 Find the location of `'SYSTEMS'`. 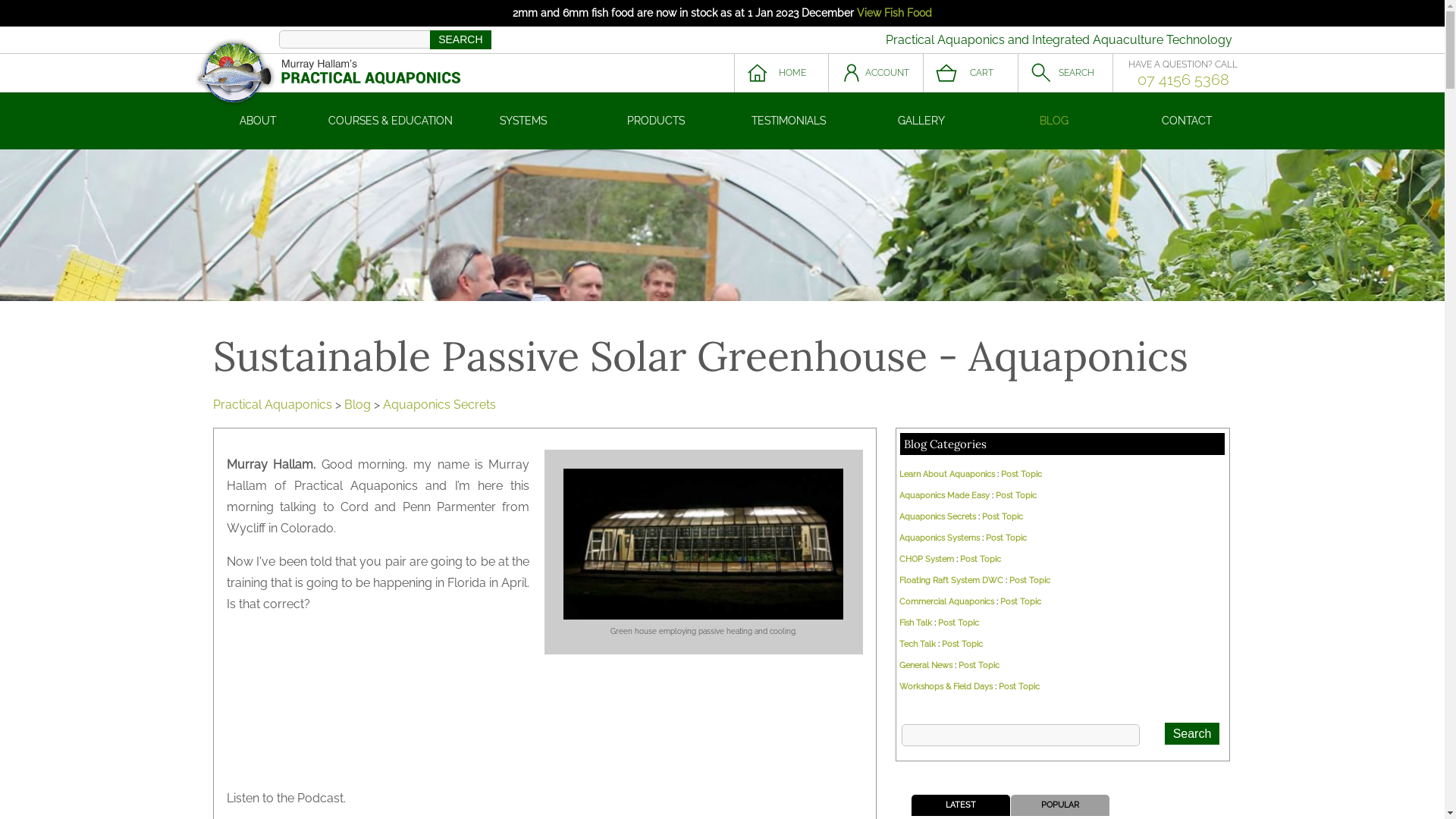

'SYSTEMS' is located at coordinates (522, 120).